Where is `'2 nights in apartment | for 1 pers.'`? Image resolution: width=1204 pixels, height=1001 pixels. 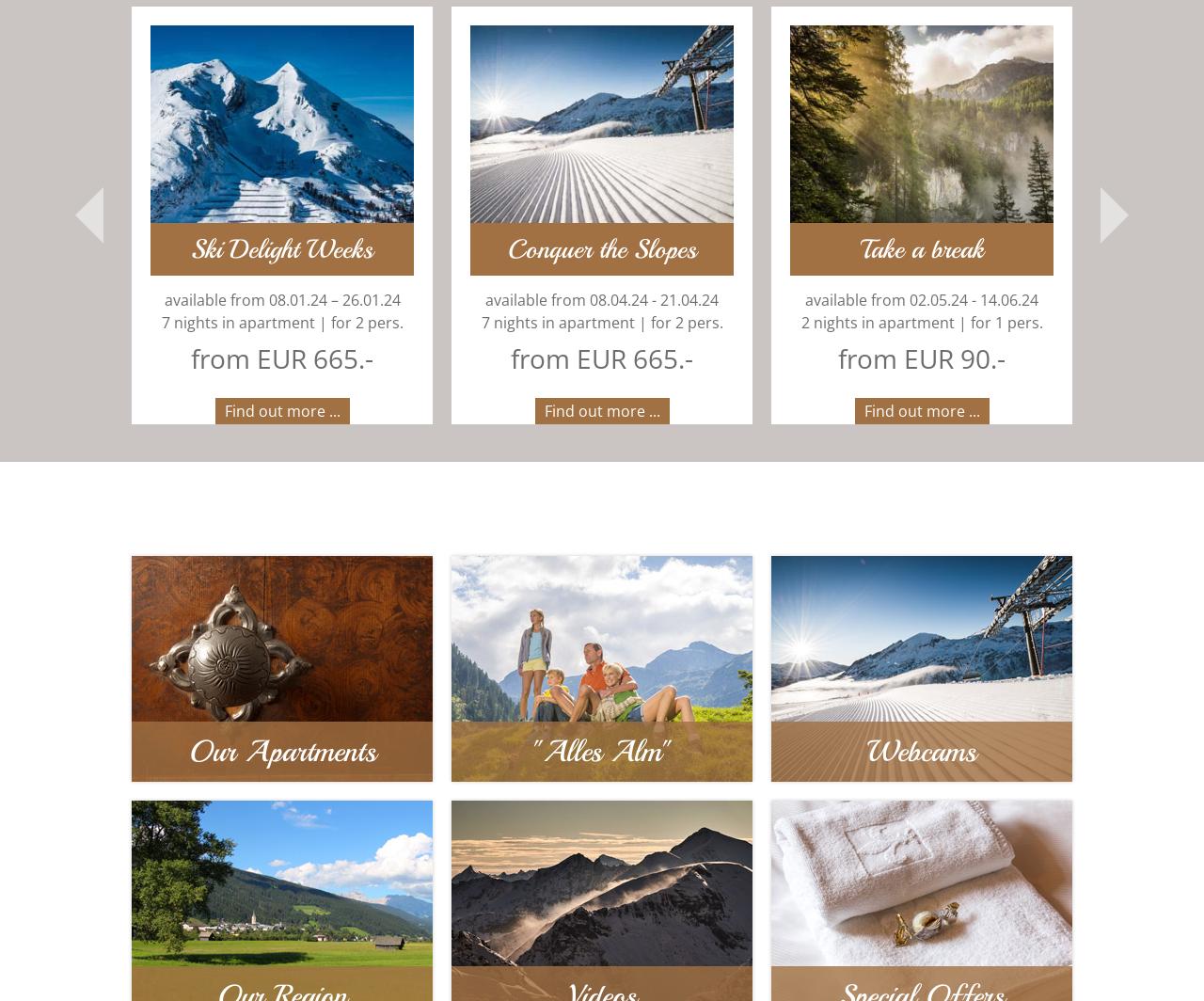
'2 nights in apartment | for 1 pers.' is located at coordinates (897, 323).